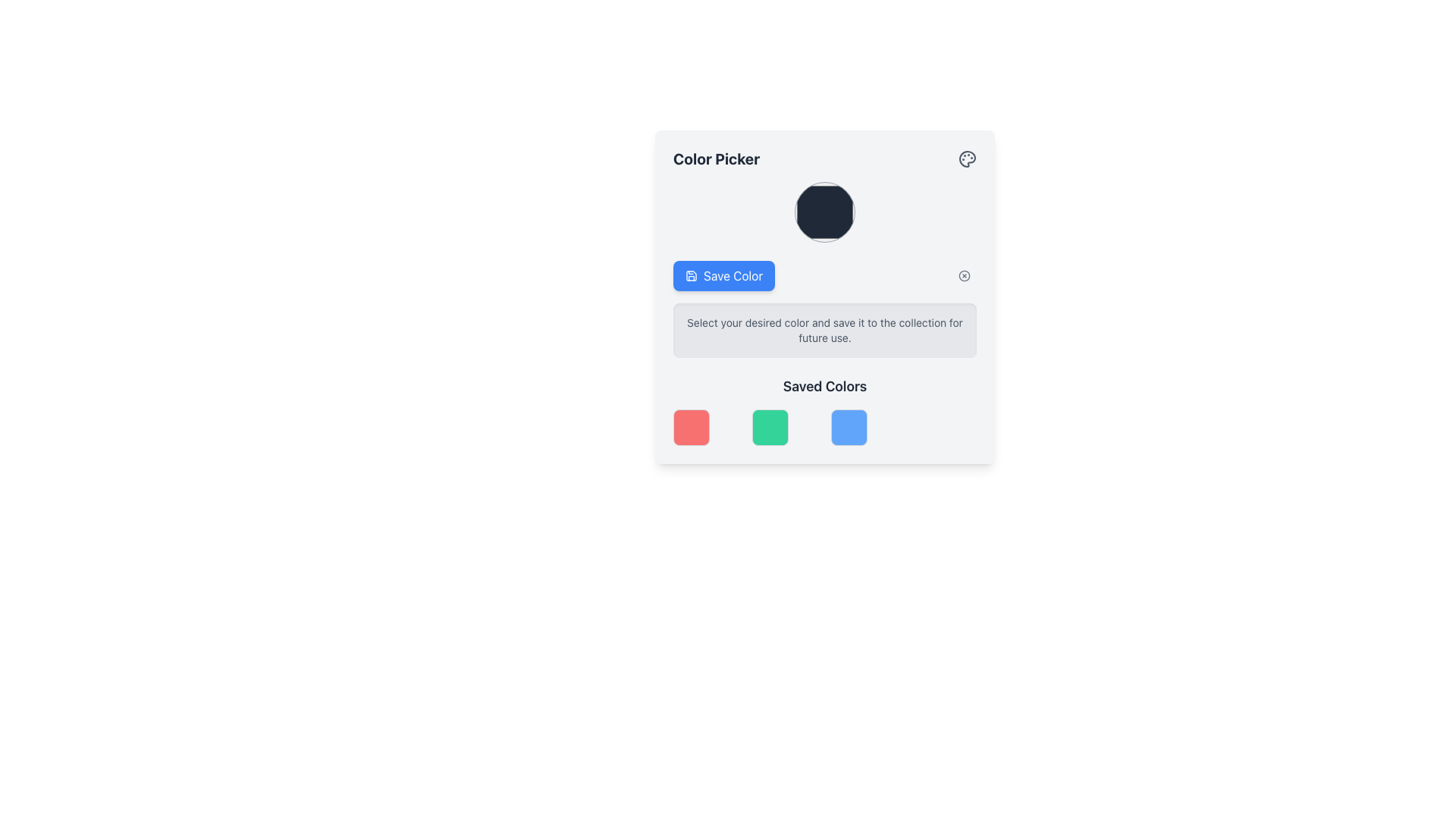 The height and width of the screenshot is (819, 1456). What do you see at coordinates (691, 275) in the screenshot?
I see `the save icon located at the top-left corner of the 'Save Color' button, which is positioned below the color picking circle in the central UI card` at bounding box center [691, 275].